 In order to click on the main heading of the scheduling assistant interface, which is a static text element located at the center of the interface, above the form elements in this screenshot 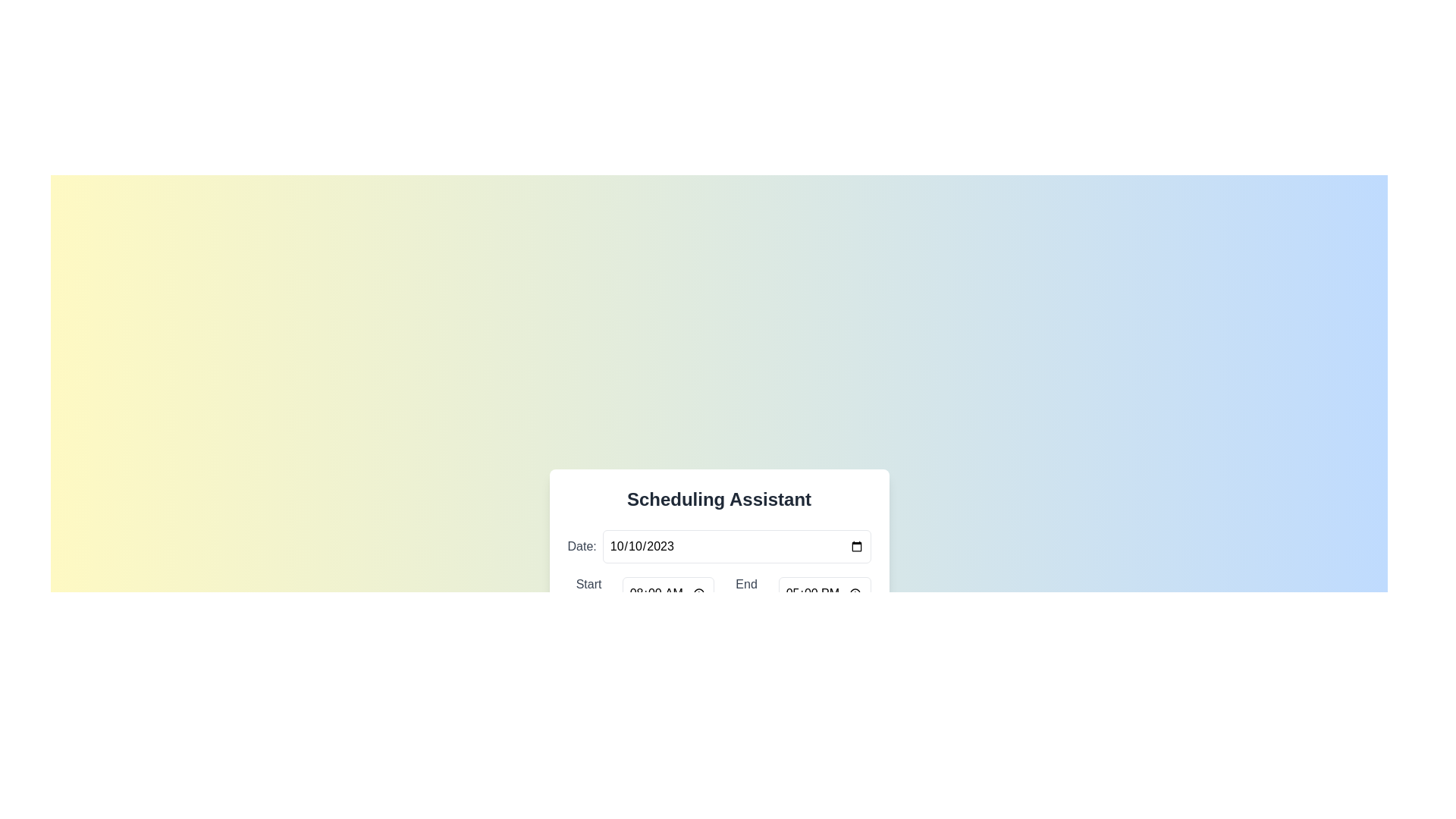, I will do `click(718, 500)`.